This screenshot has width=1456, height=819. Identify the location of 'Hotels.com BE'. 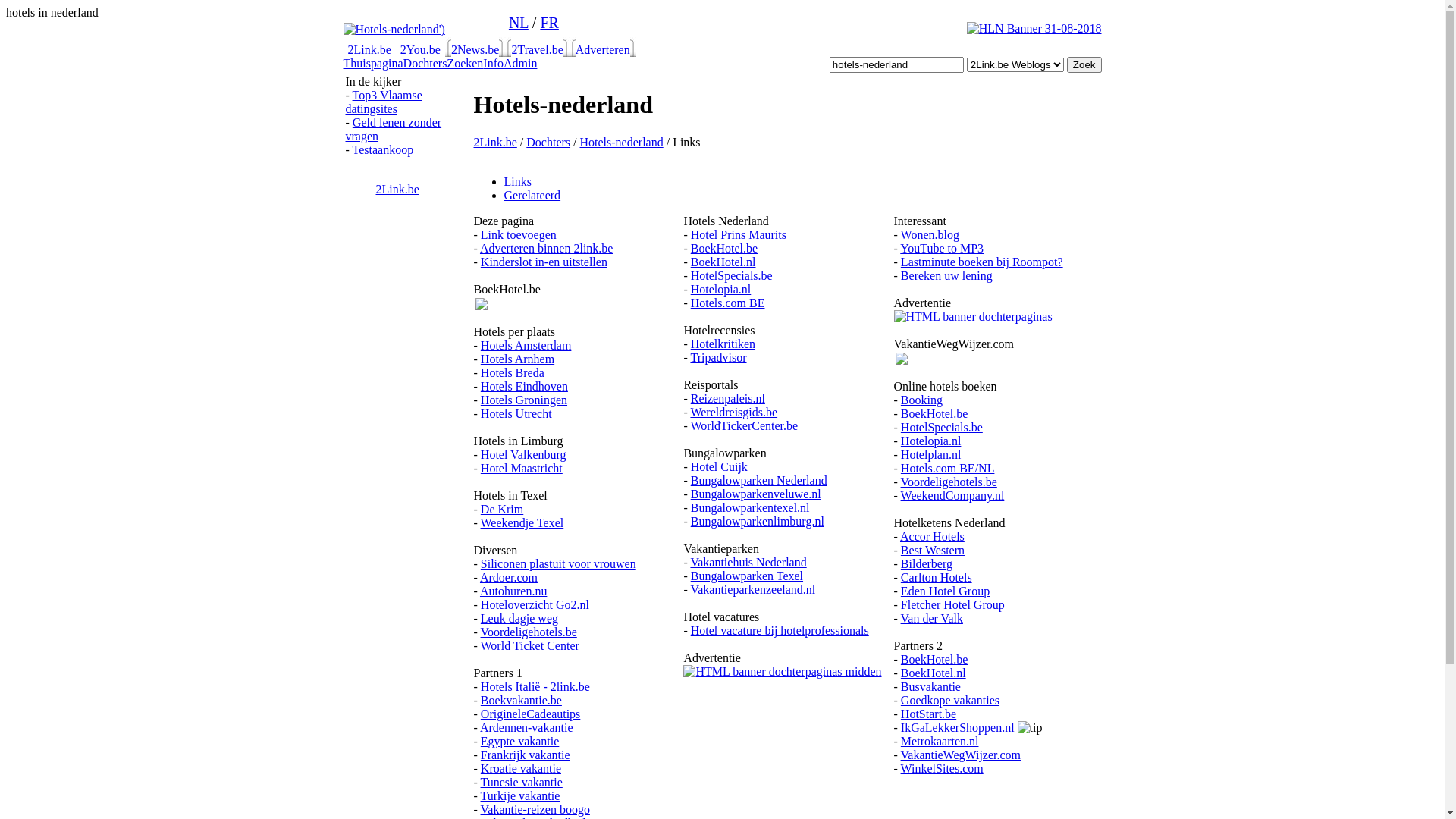
(690, 303).